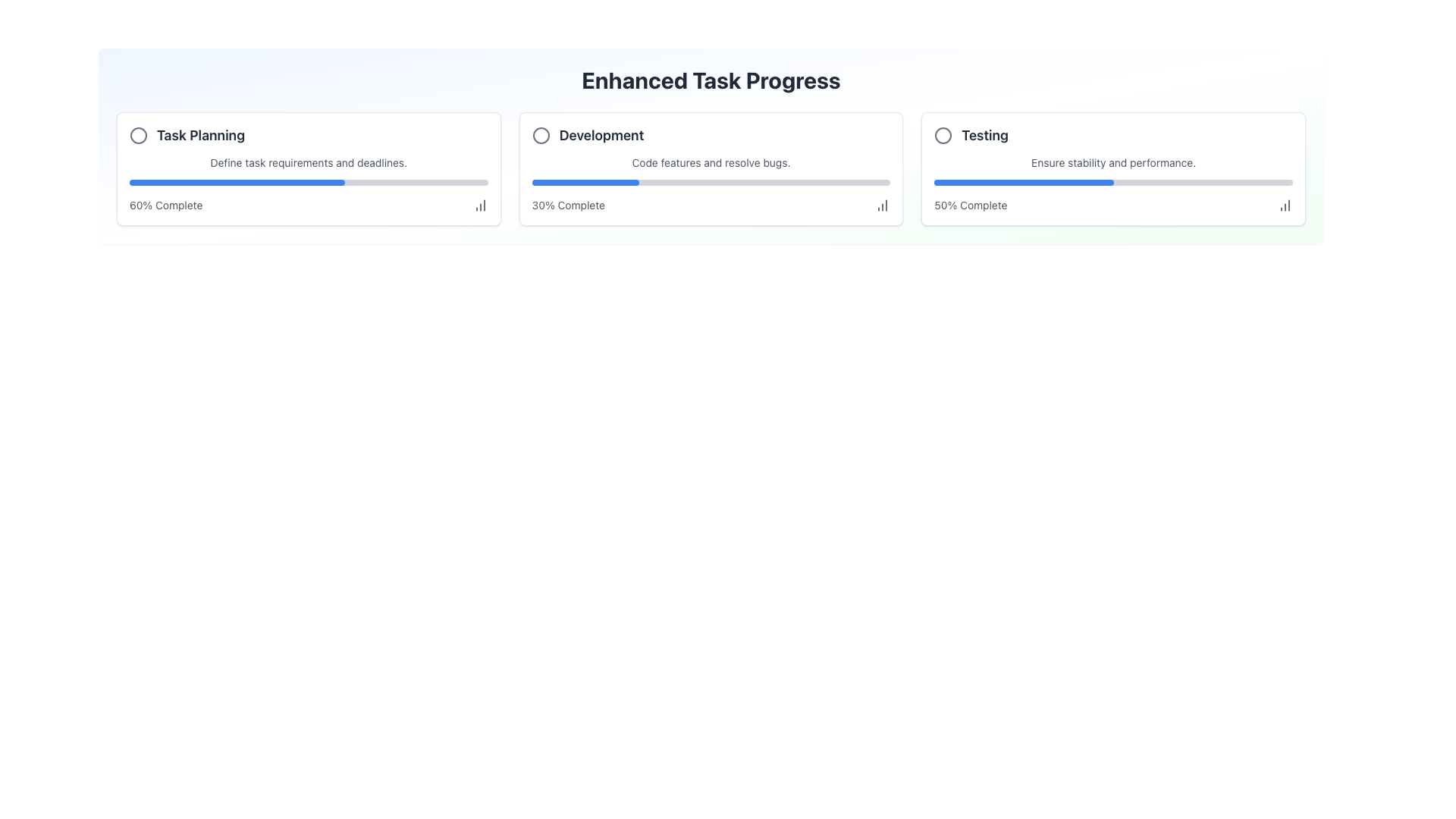 The image size is (1456, 819). I want to click on the progress indicator text label located in the bottom section of the third card, which provides feedback on task completion percentage, so click(971, 205).